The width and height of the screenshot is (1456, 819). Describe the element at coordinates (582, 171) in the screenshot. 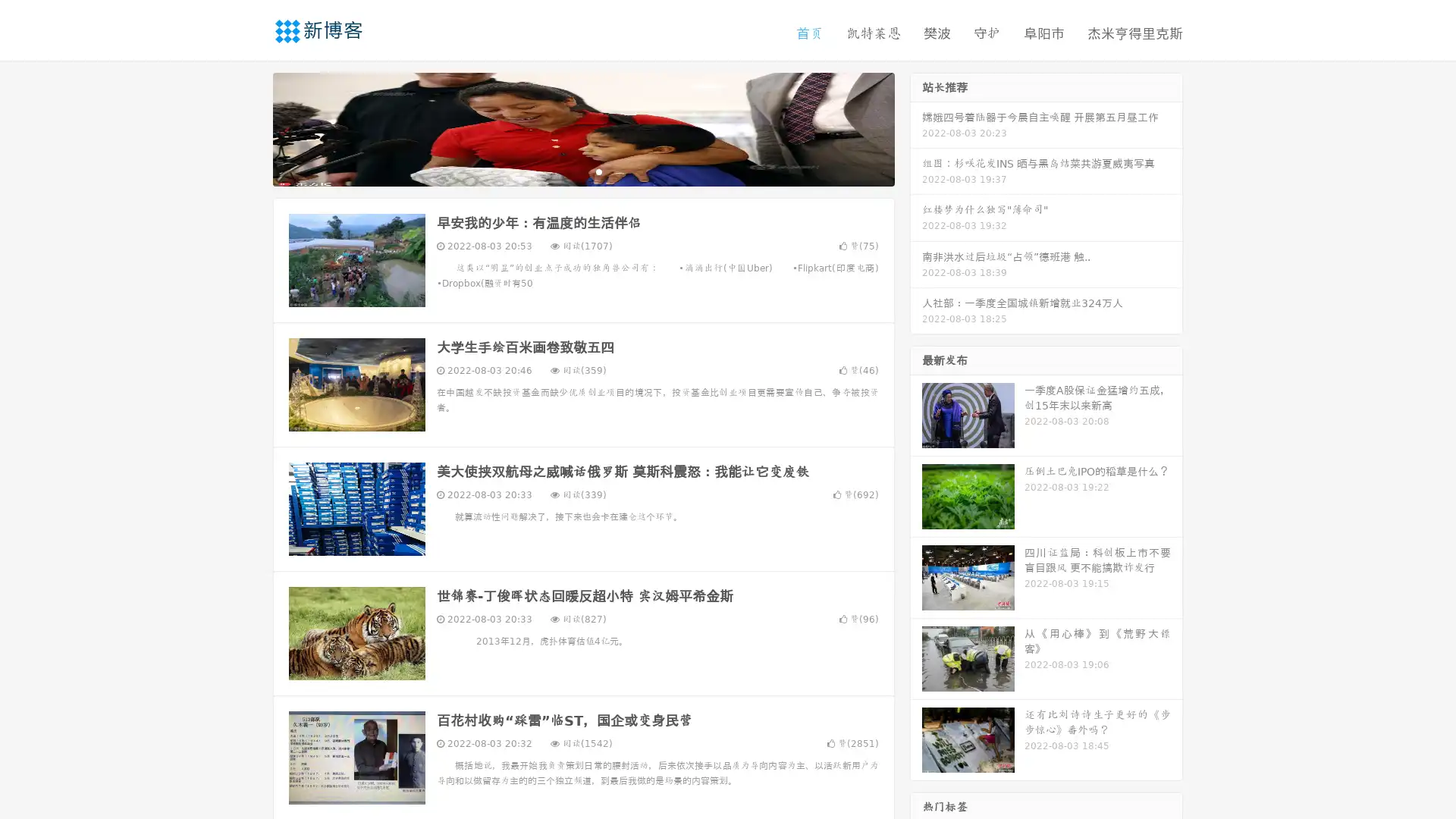

I see `Go to slide 2` at that location.